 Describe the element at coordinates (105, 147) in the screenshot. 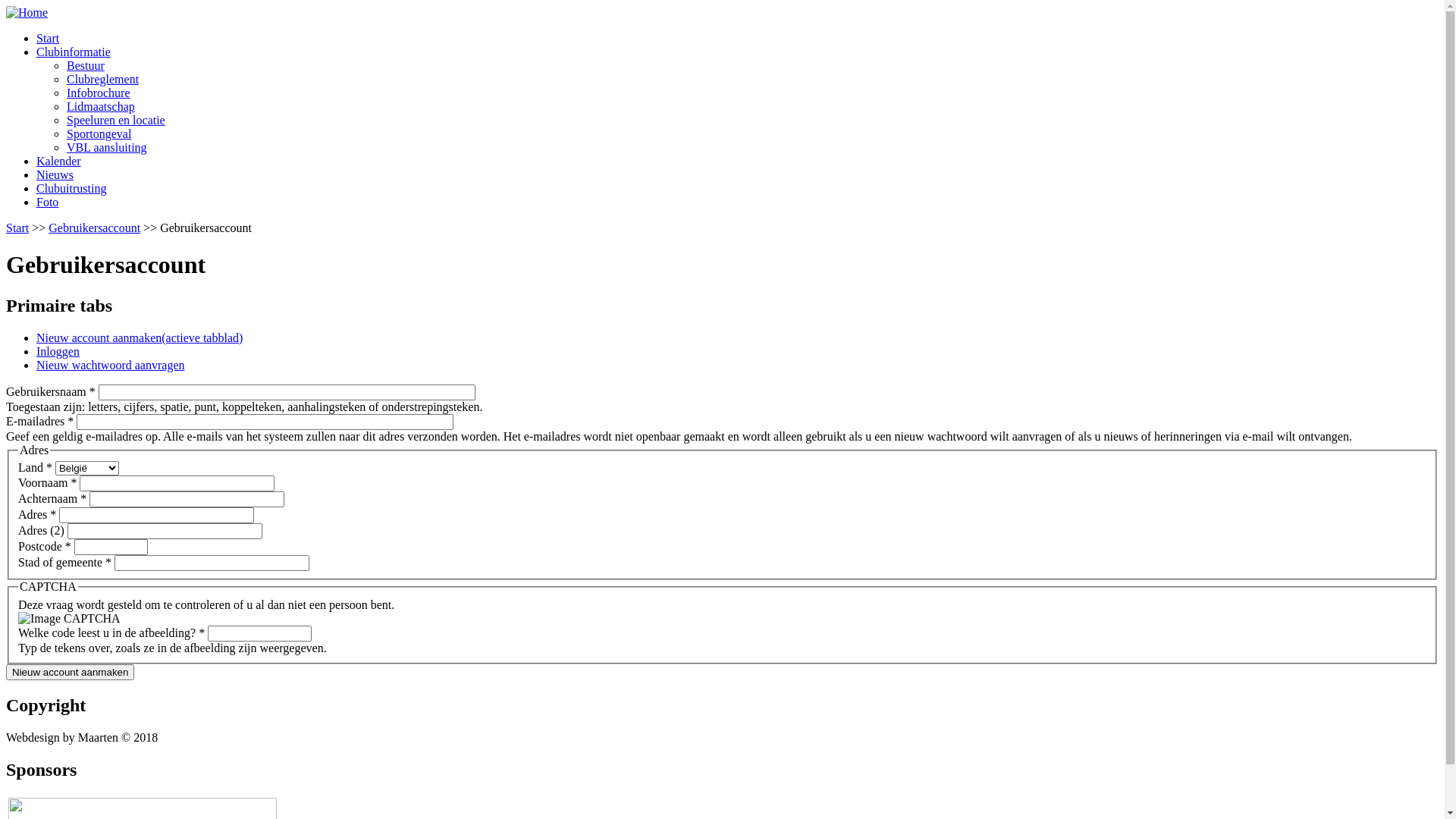

I see `'VBL aansluiting'` at that location.